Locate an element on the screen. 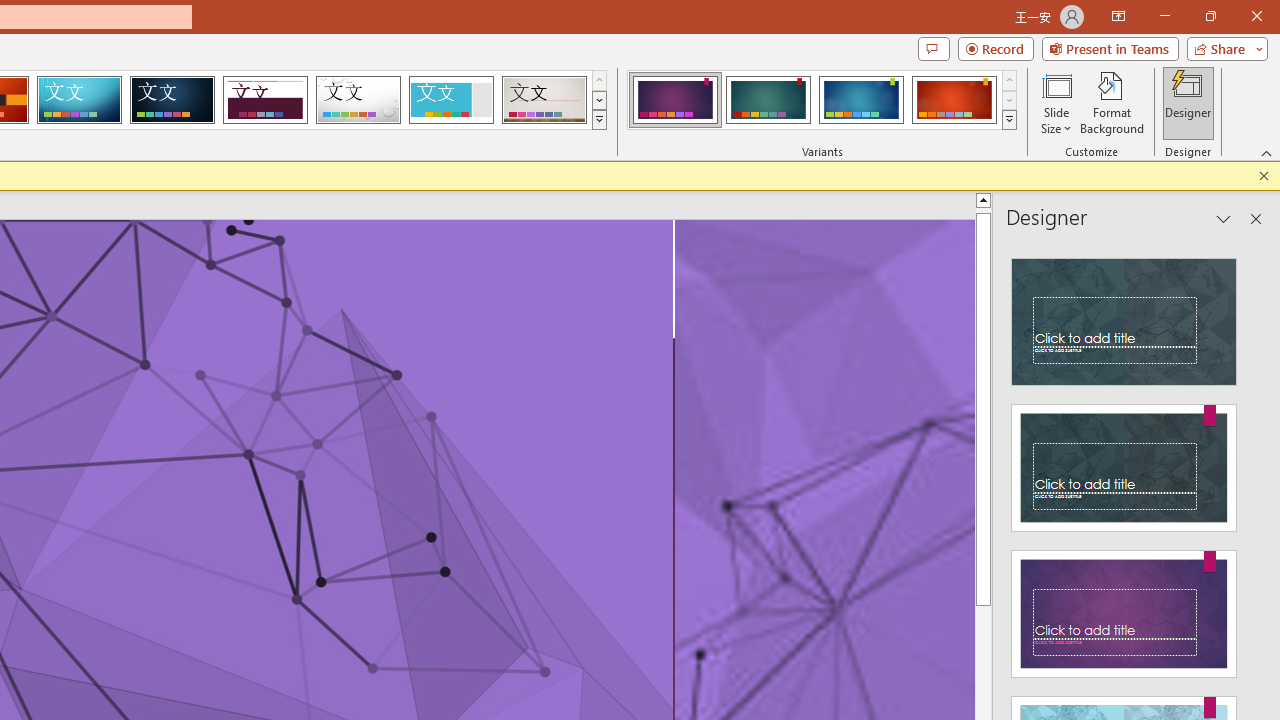  'Droplet' is located at coordinates (358, 100).